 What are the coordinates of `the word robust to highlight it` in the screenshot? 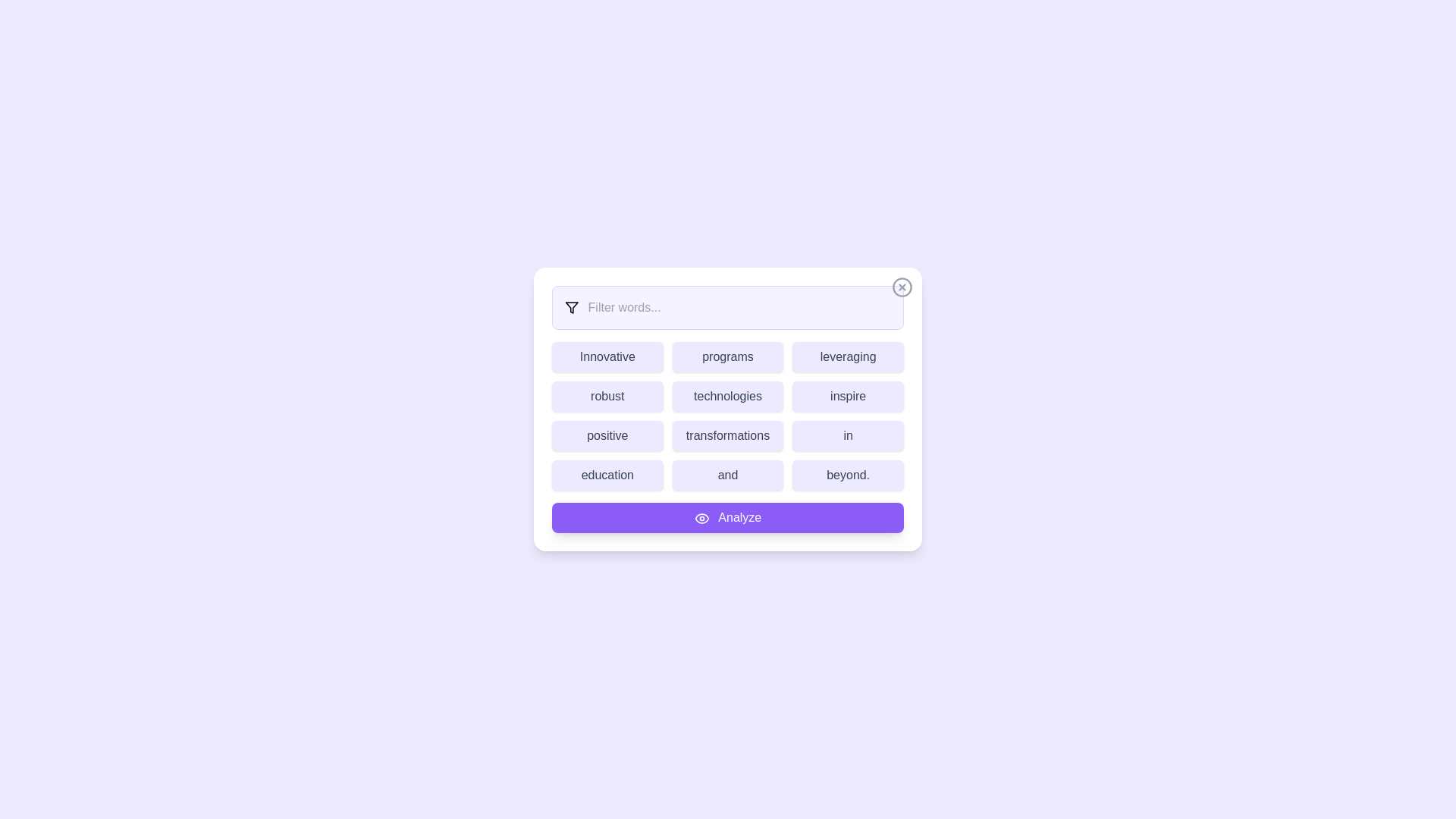 It's located at (607, 396).